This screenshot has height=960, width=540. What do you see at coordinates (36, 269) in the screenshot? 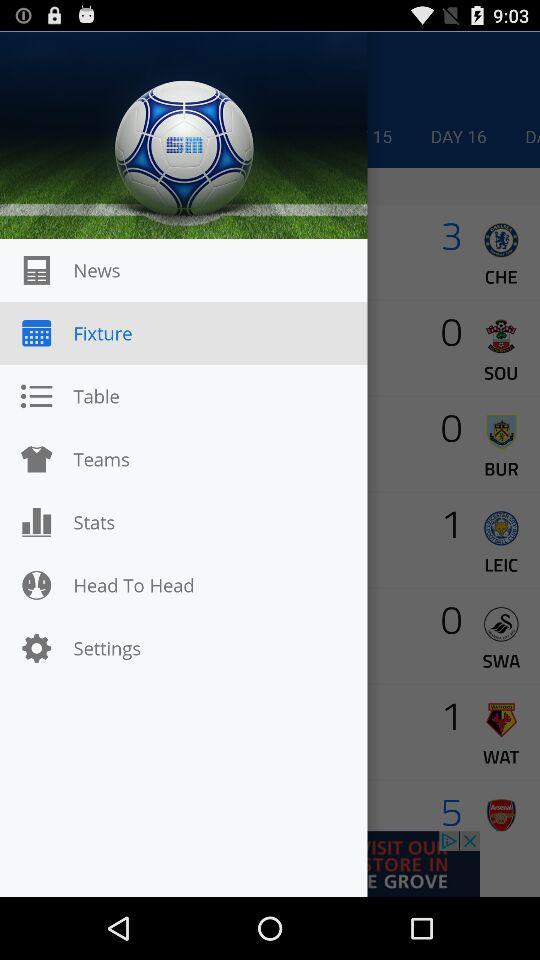
I see `the icon which is before news on page` at bounding box center [36, 269].